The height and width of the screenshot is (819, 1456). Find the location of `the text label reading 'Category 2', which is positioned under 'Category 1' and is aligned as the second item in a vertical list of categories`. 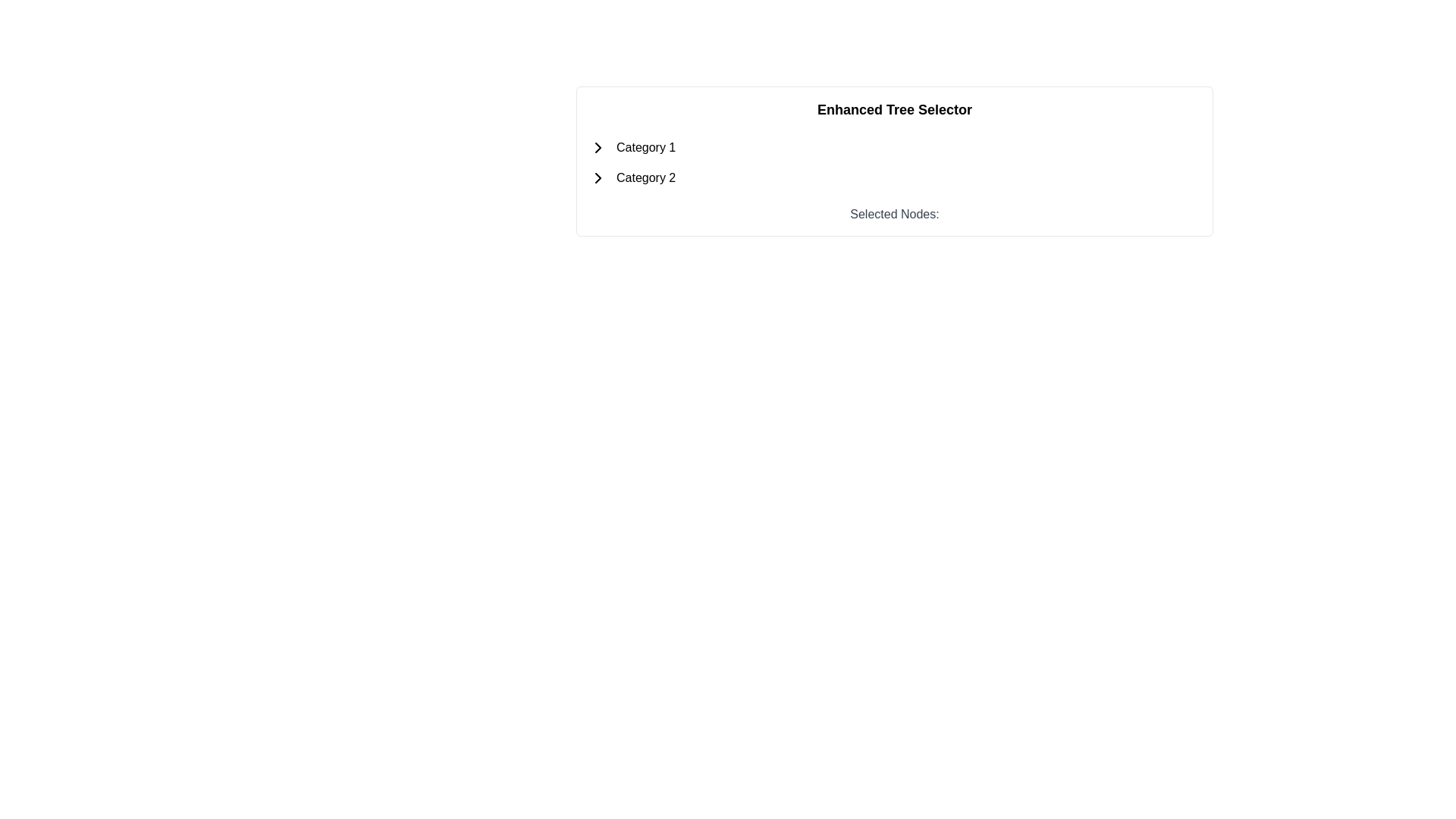

the text label reading 'Category 2', which is positioned under 'Category 1' and is aligned as the second item in a vertical list of categories is located at coordinates (646, 177).